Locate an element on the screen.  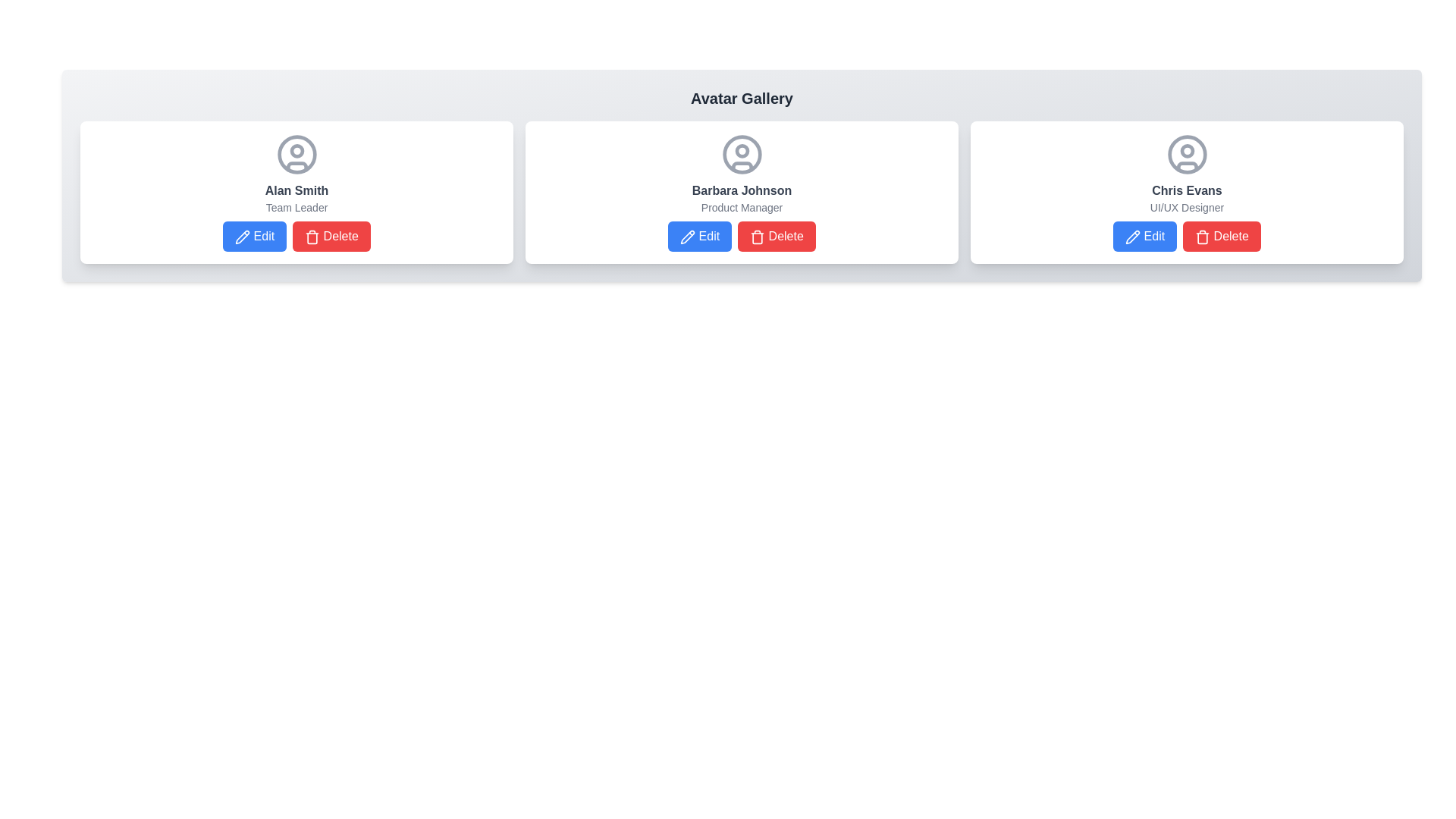
the first button at the bottom of Alan Smith's card is located at coordinates (255, 237).